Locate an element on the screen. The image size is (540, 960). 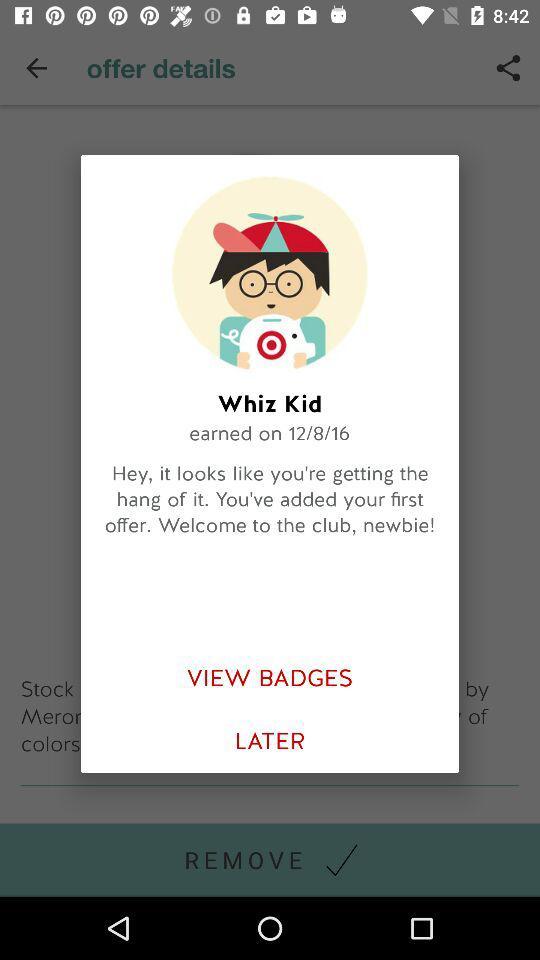
icon above later icon is located at coordinates (270, 678).